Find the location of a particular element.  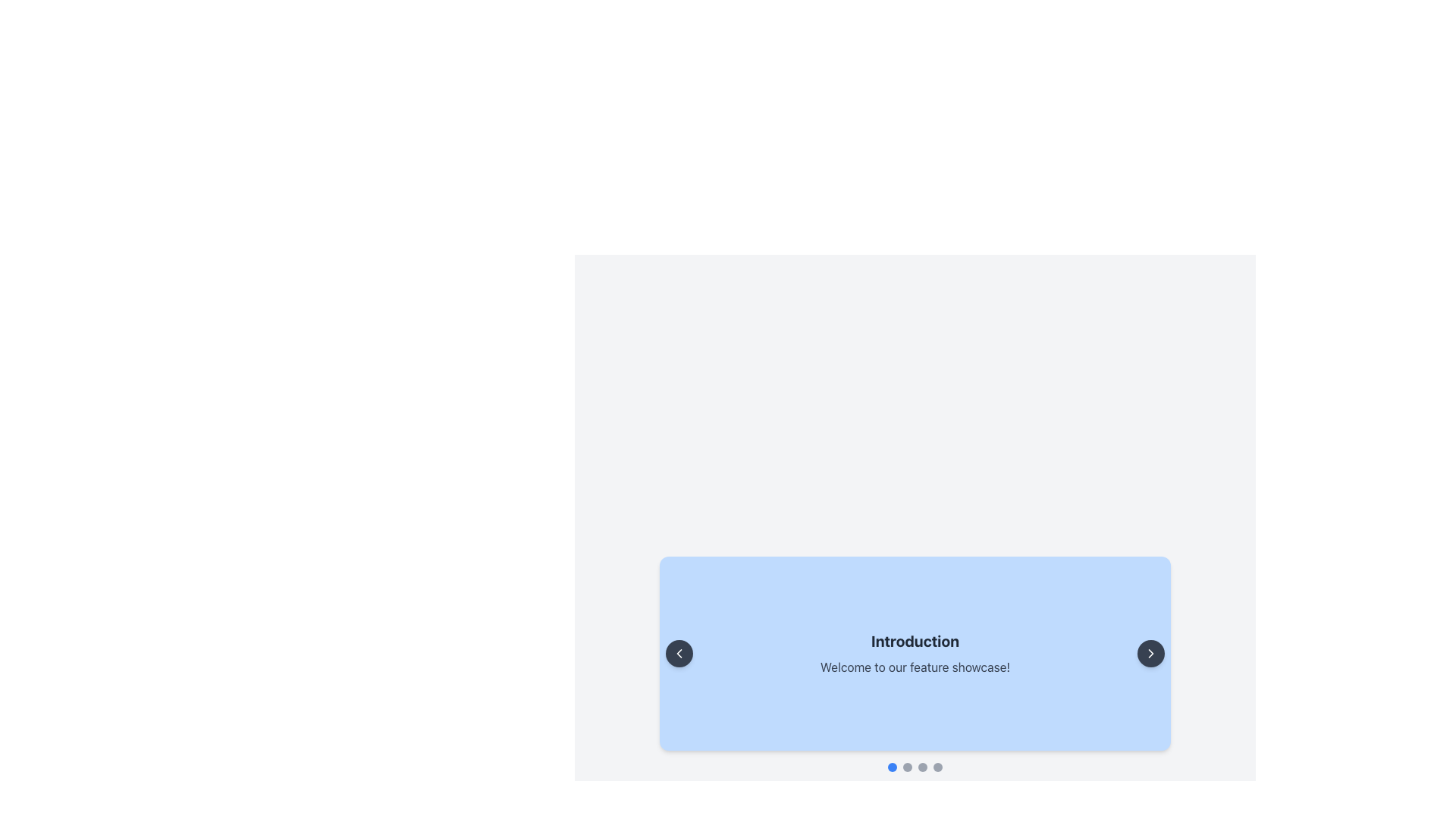

the current position indicated by the blue dot in the horizontal arrangement of four circular indicators, where the first circle is blue and the others are gray is located at coordinates (914, 767).